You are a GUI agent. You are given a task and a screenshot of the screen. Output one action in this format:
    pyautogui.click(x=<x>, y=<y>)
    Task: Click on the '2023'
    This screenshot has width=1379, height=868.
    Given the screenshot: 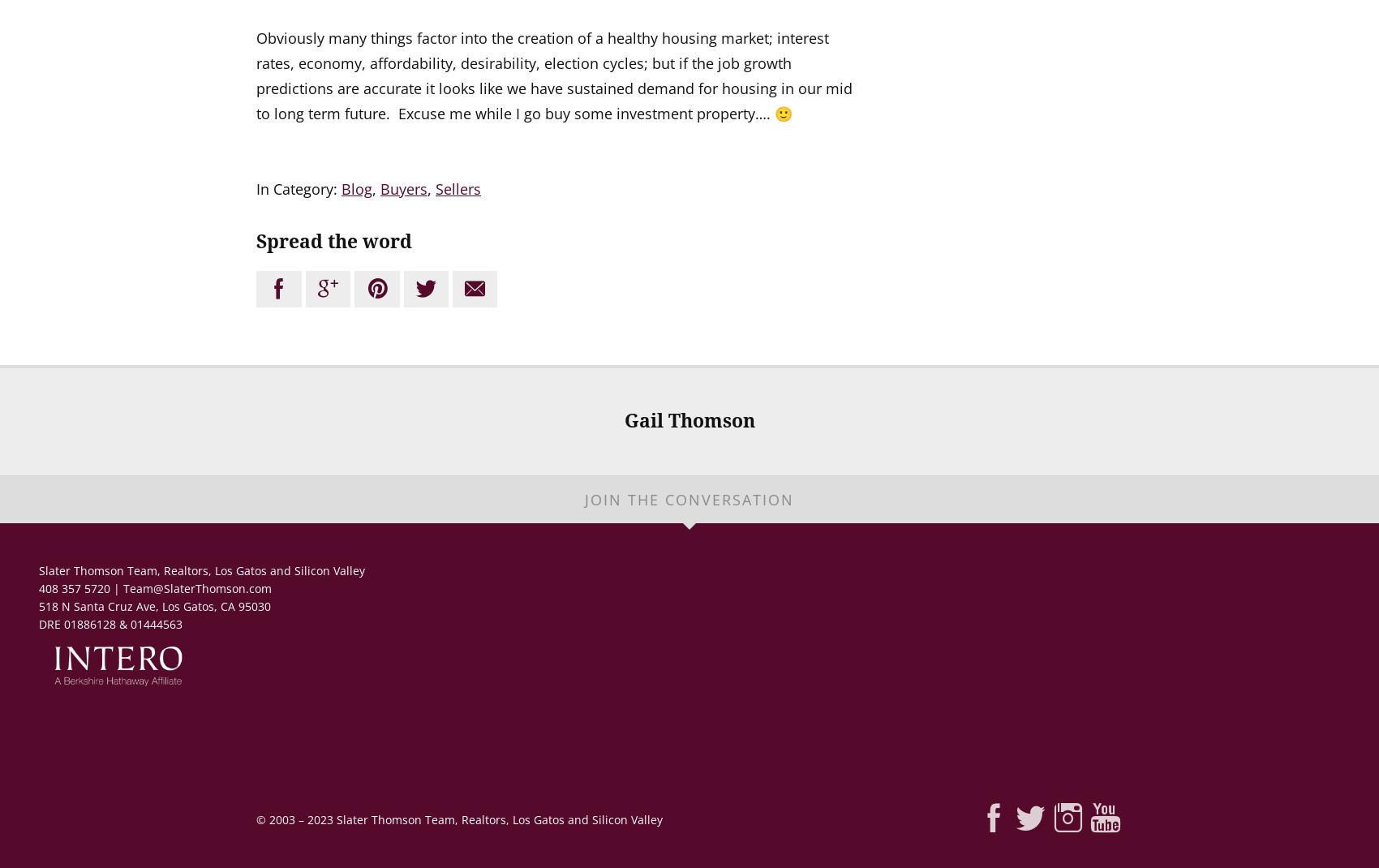 What is the action you would take?
    pyautogui.click(x=320, y=819)
    